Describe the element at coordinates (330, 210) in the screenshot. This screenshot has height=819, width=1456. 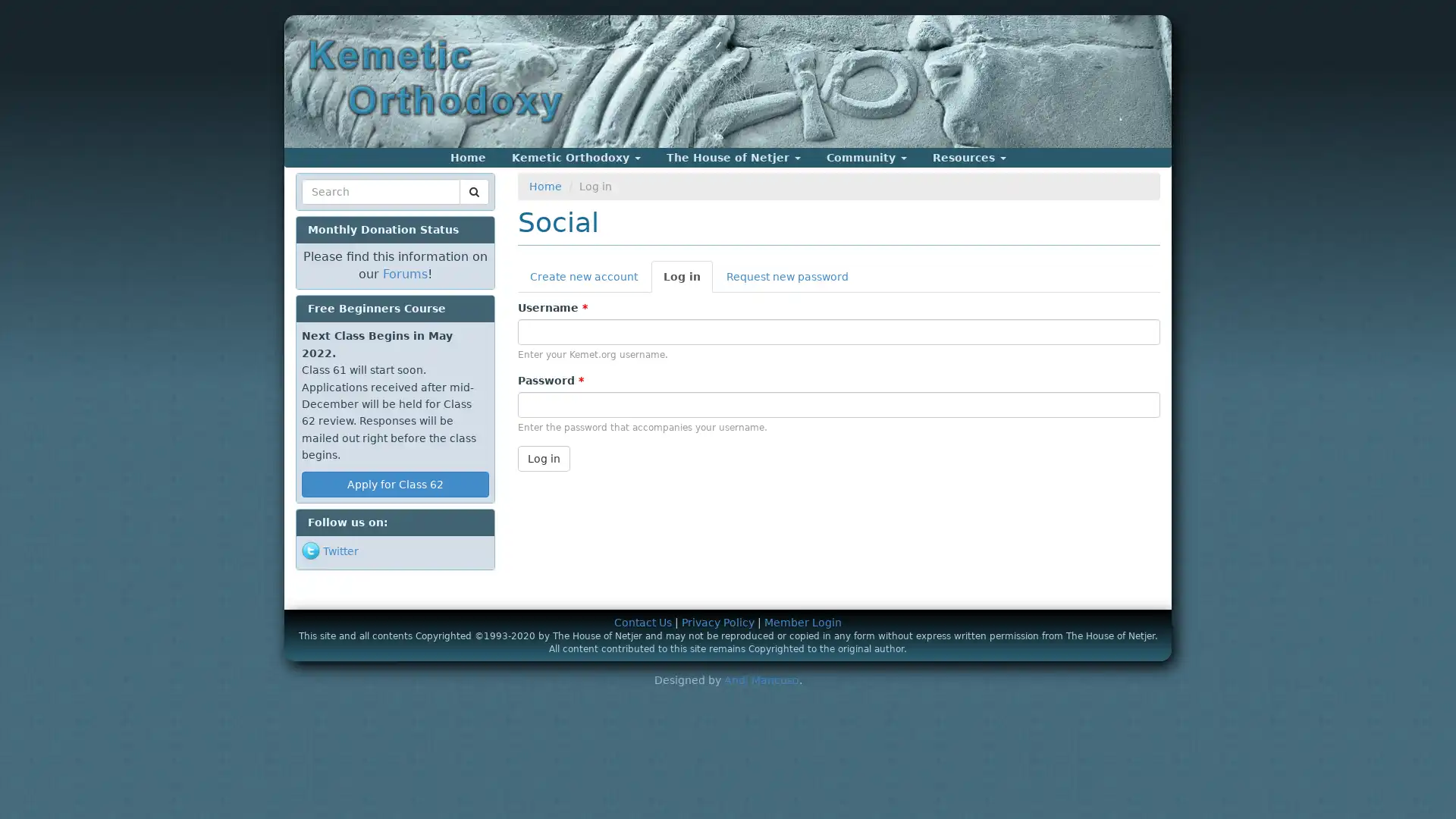
I see `Search` at that location.